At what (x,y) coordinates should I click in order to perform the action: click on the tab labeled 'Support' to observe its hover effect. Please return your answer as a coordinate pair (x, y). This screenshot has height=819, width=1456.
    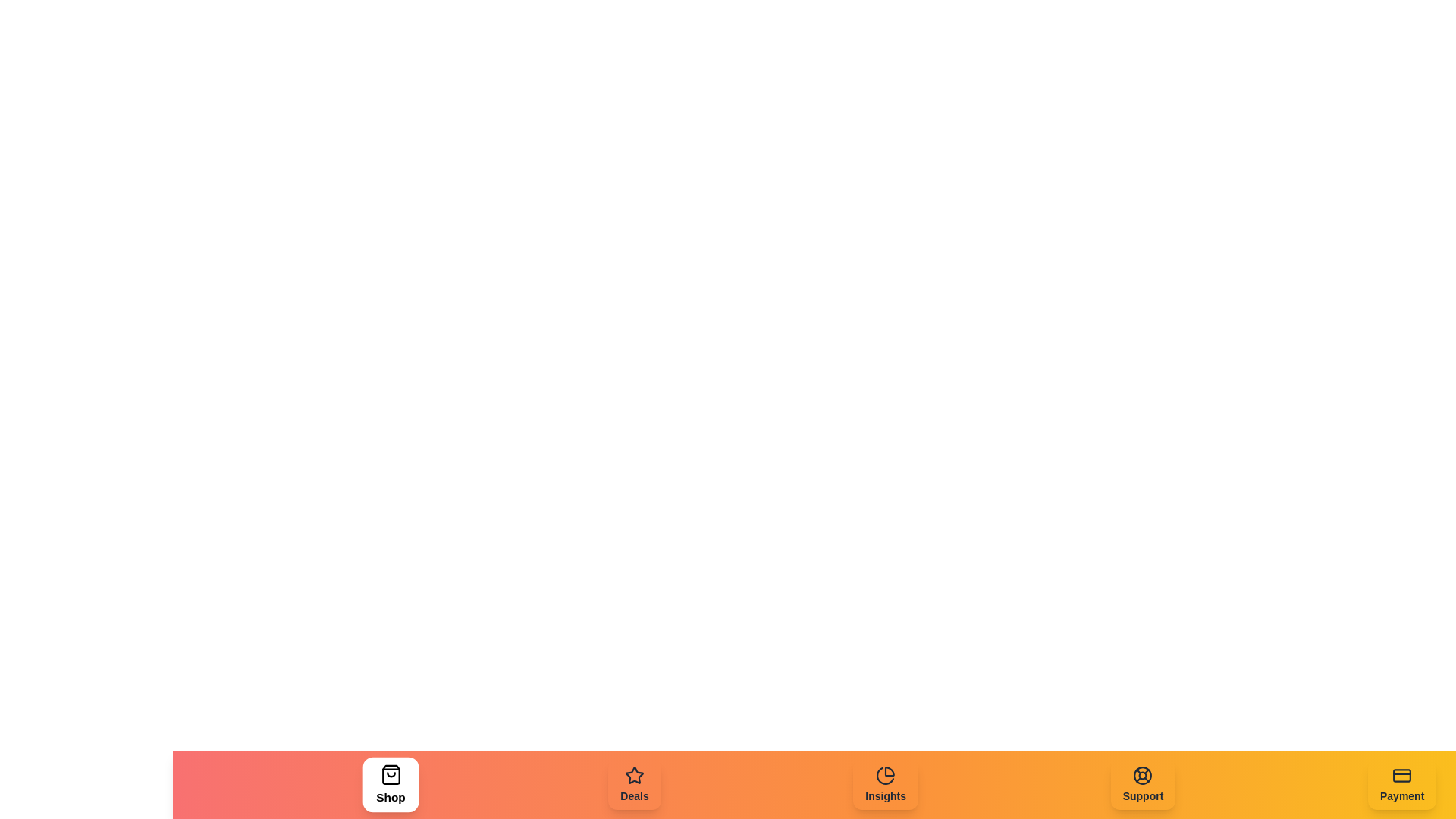
    Looking at the image, I should click on (1143, 784).